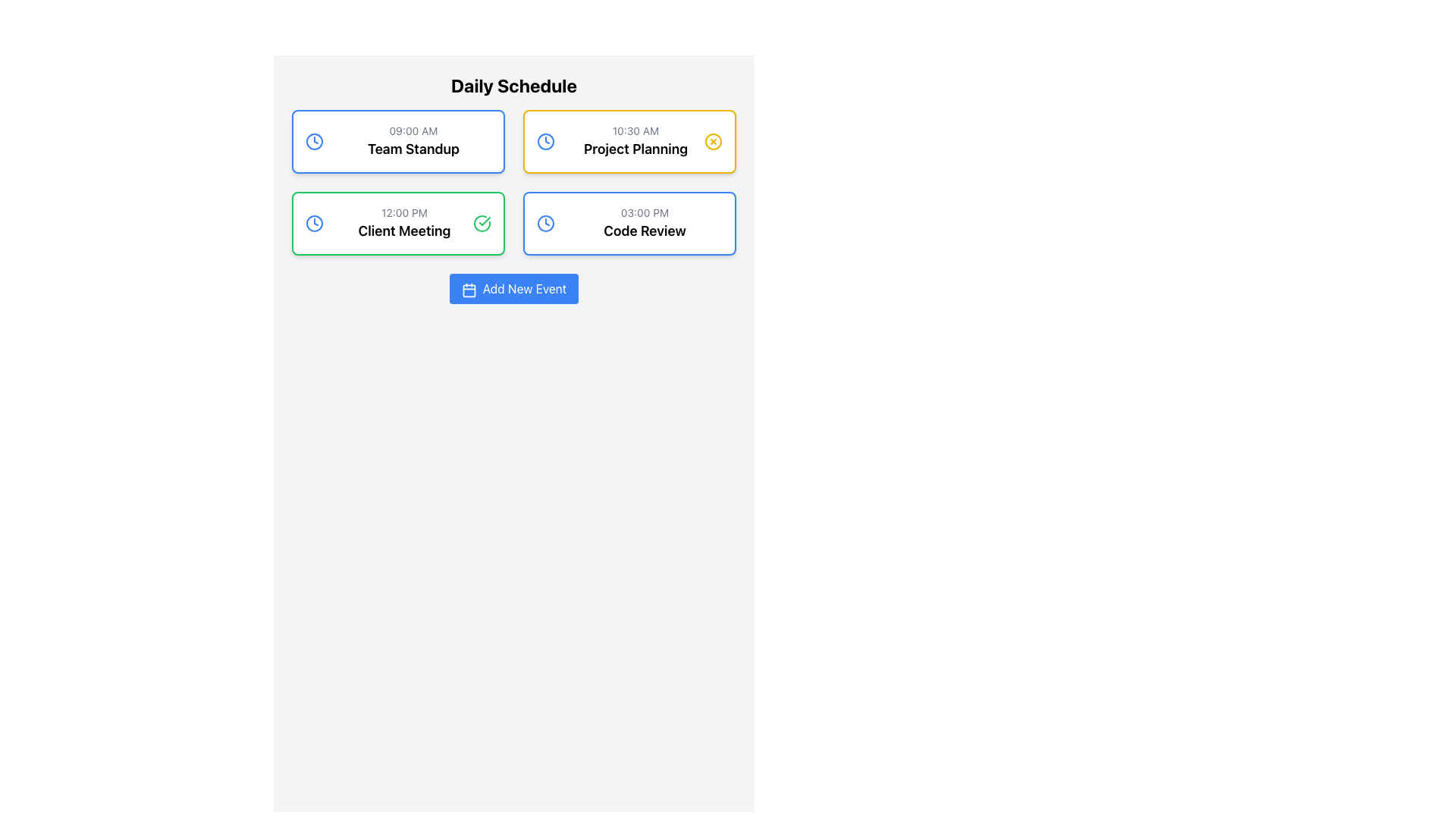 This screenshot has width=1456, height=819. I want to click on the text-based informational content displaying '10:30 AM' and 'Project Planning', which is centered in the second card on the top row of the schedule grid, highlighted with a yellow border, so click(635, 141).